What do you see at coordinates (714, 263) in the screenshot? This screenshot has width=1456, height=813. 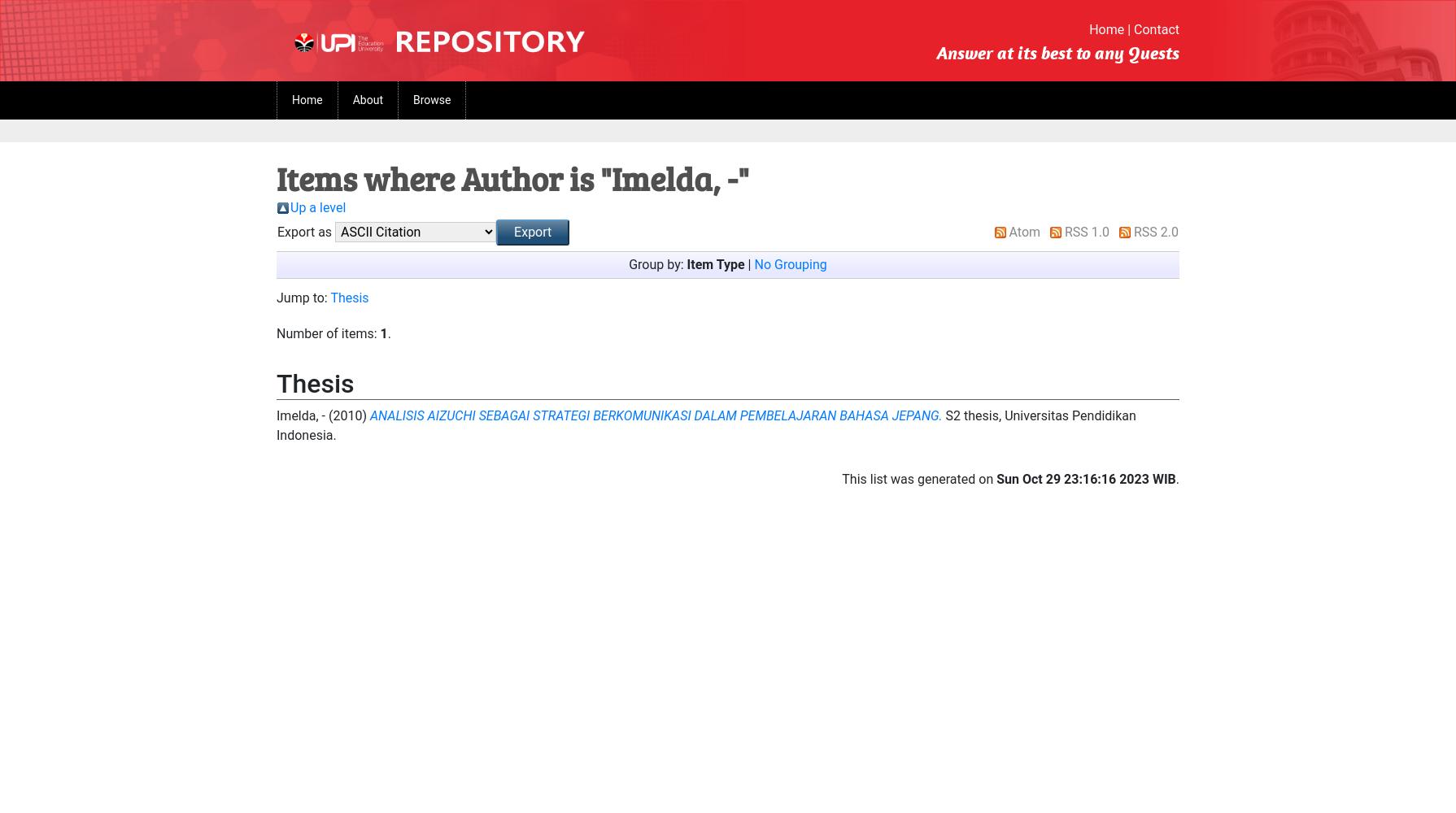 I see `'Item Type'` at bounding box center [714, 263].